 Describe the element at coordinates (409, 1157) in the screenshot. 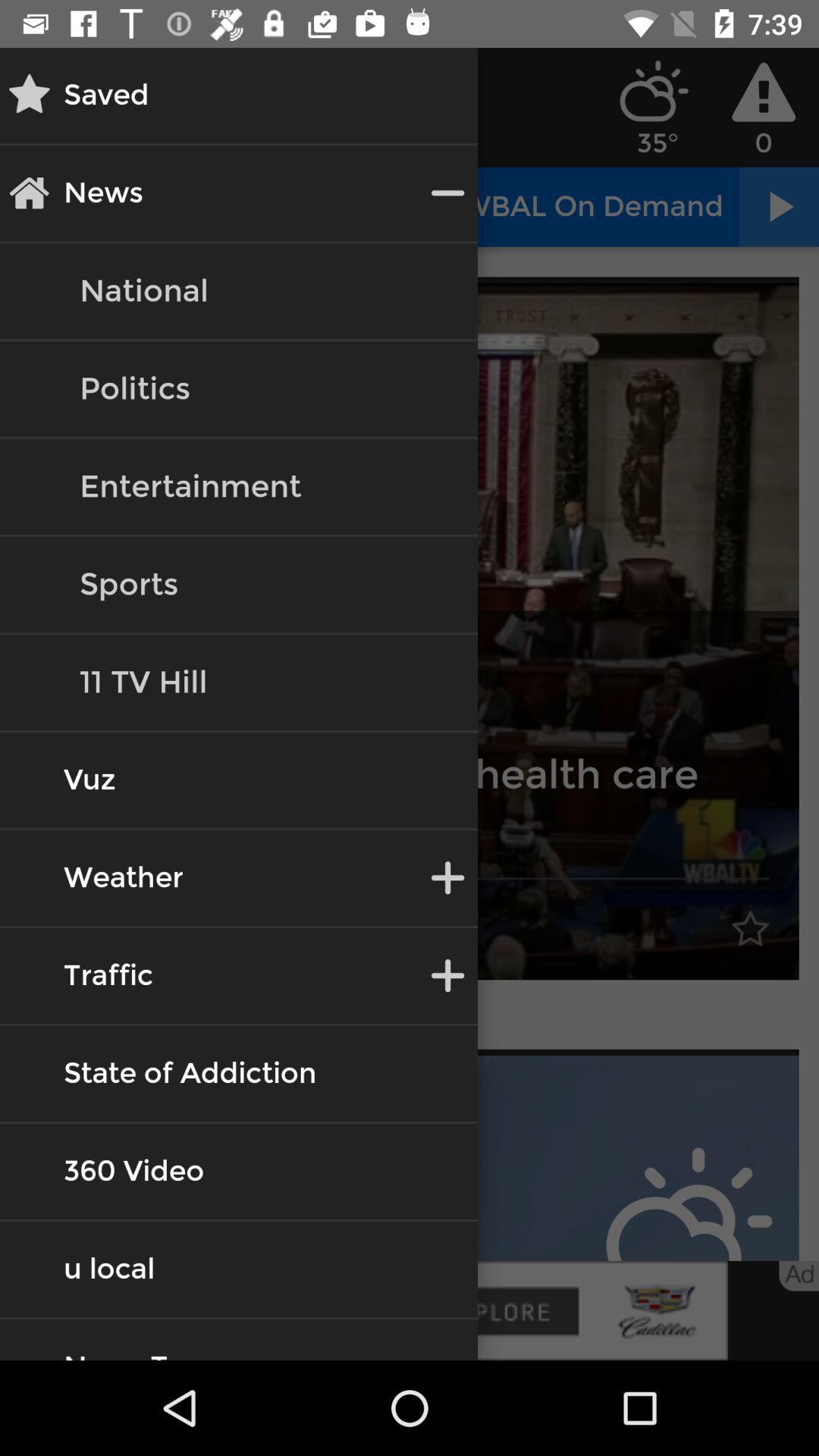

I see `improper tagging` at that location.